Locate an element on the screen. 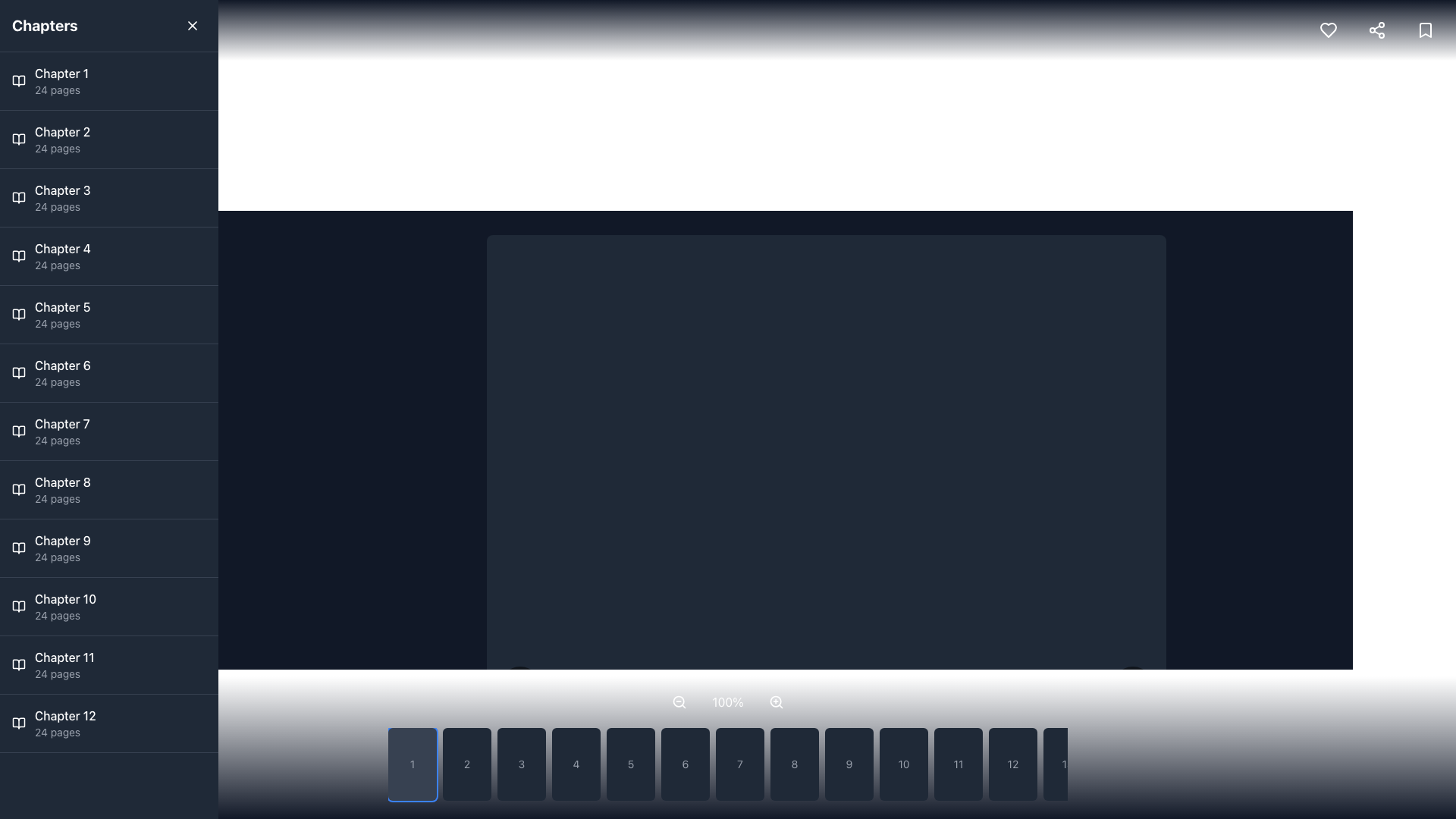 Image resolution: width=1456 pixels, height=819 pixels. the dark gray button displaying the number '6' located sixth from the left in the navigation bar is located at coordinates (684, 764).